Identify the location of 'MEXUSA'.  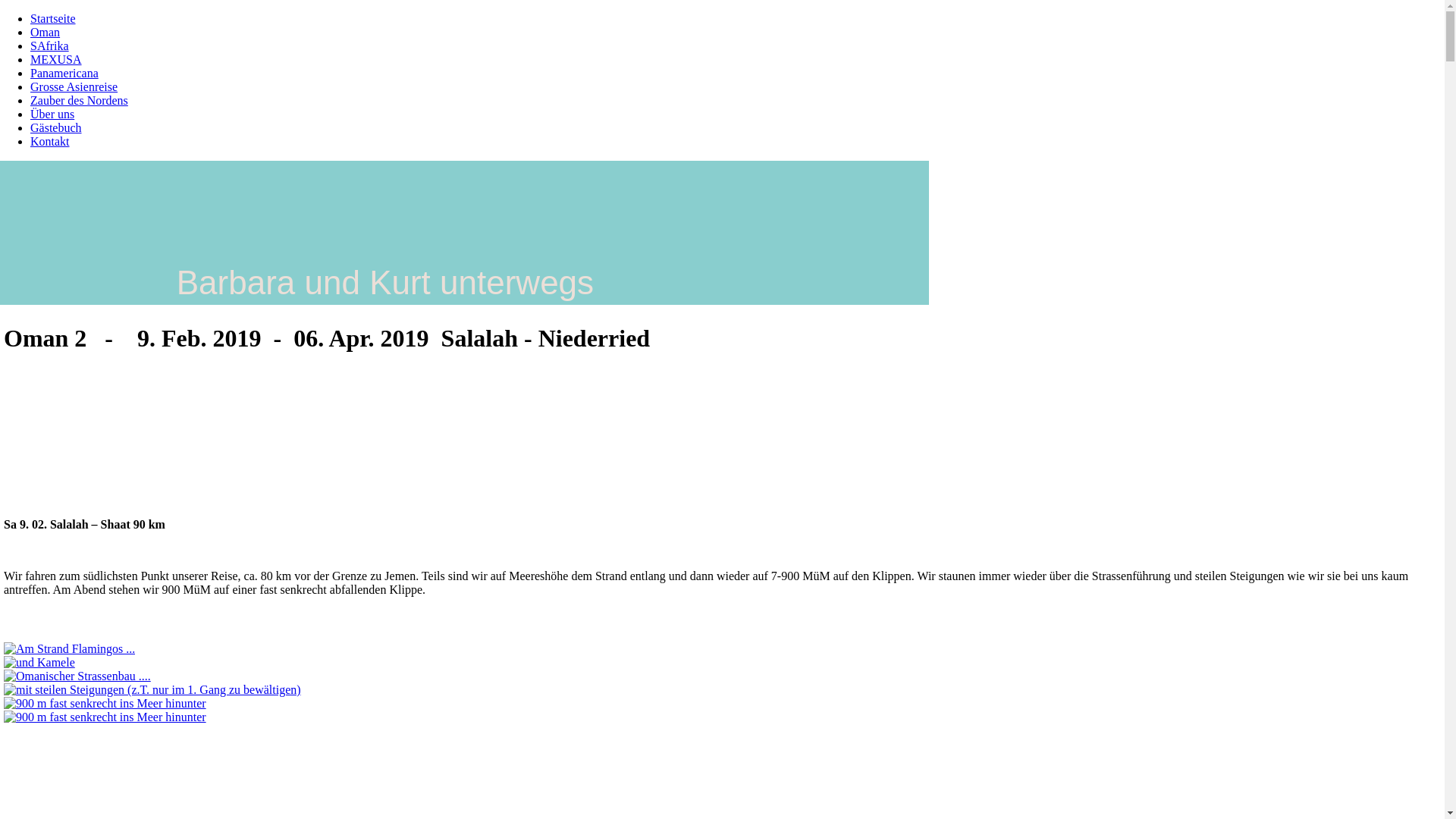
(55, 58).